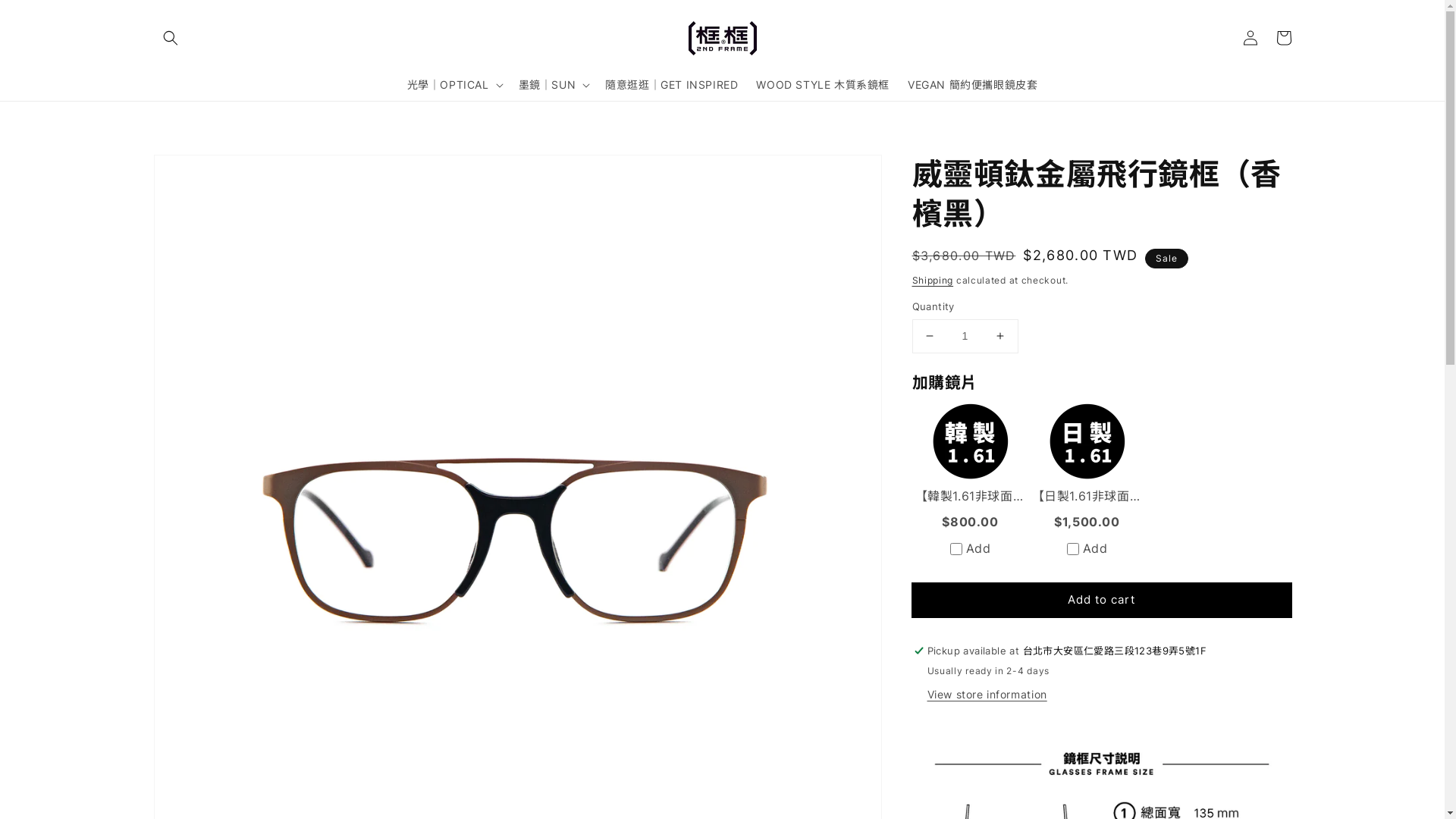  I want to click on 'View store information', so click(926, 695).